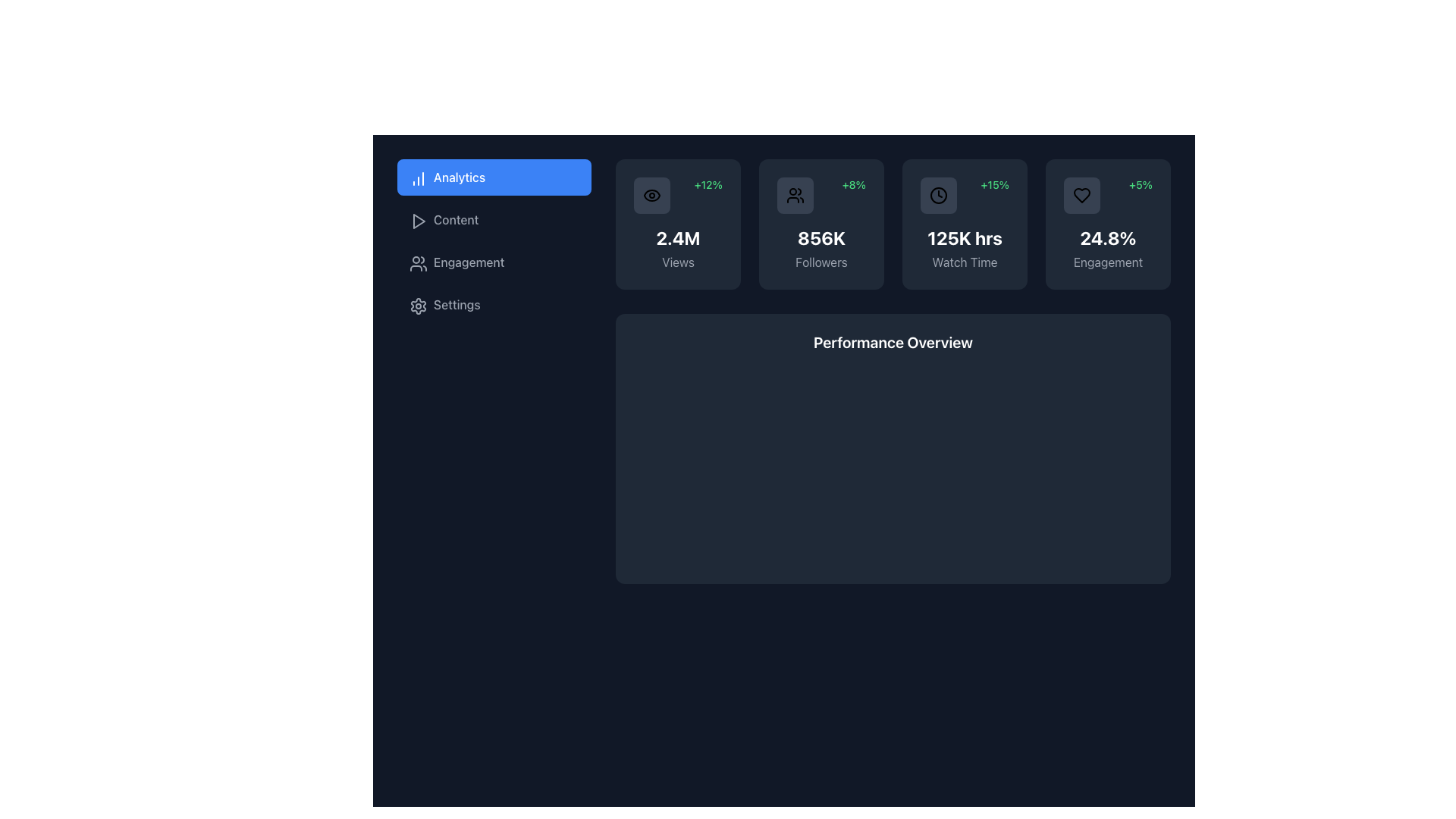  I want to click on the eye icon with a dark gray background located at the top-right of the interface within the first card displaying views data, so click(651, 195).